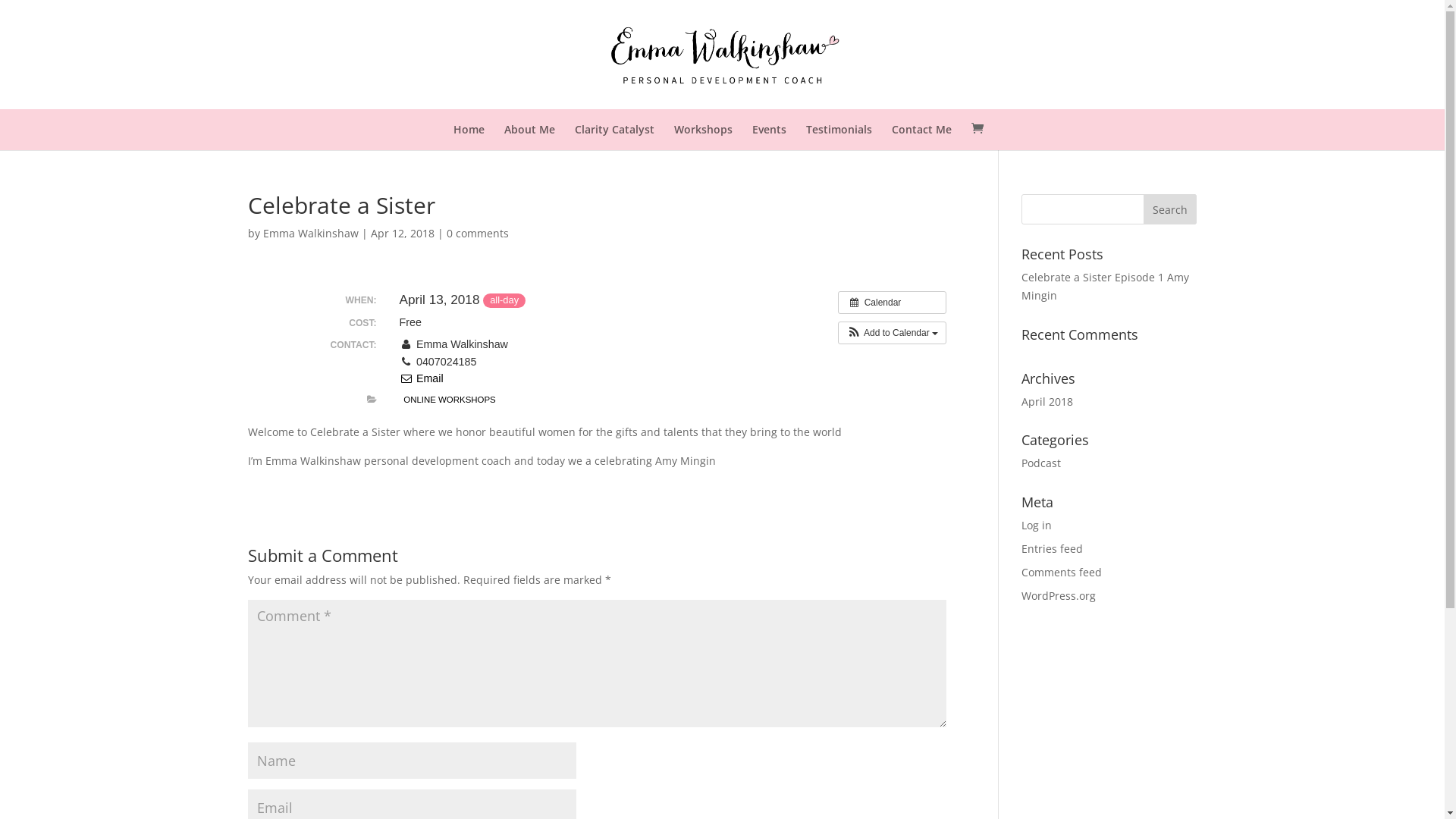 The width and height of the screenshot is (1456, 819). I want to click on 'Testimonials', so click(838, 128).